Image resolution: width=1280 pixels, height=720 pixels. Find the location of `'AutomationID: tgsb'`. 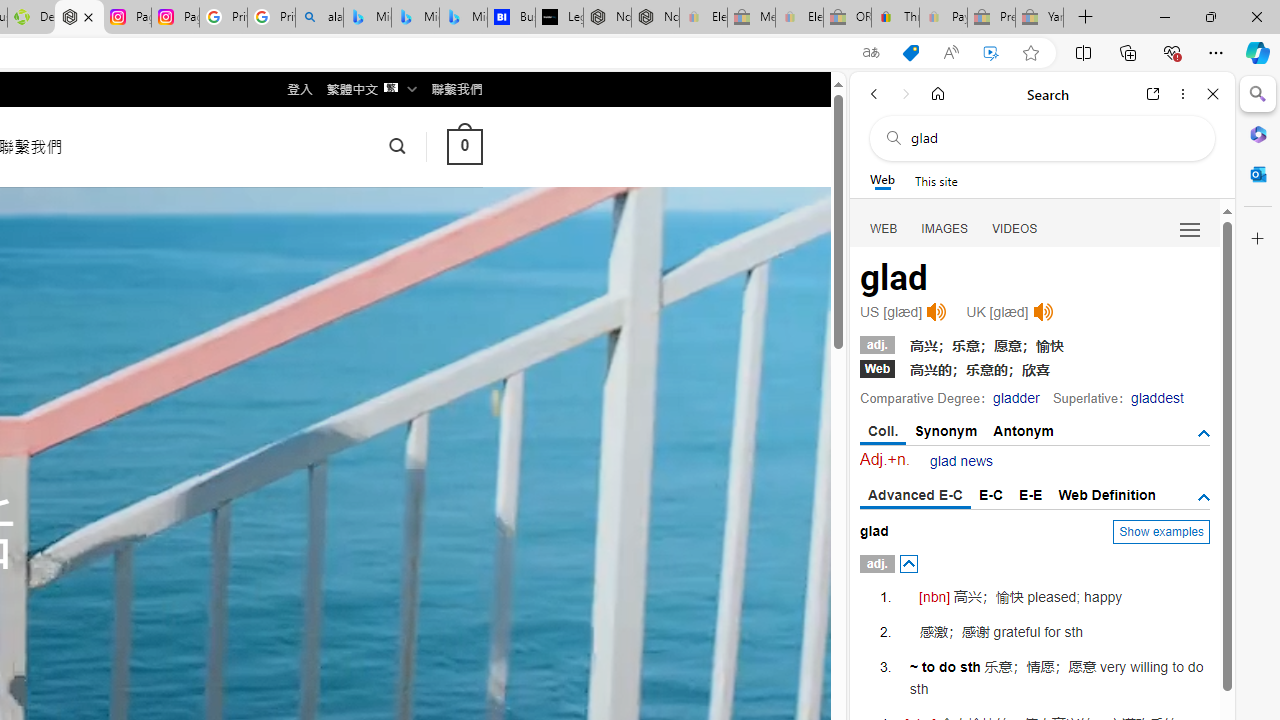

'AutomationID: tgsb' is located at coordinates (1202, 432).